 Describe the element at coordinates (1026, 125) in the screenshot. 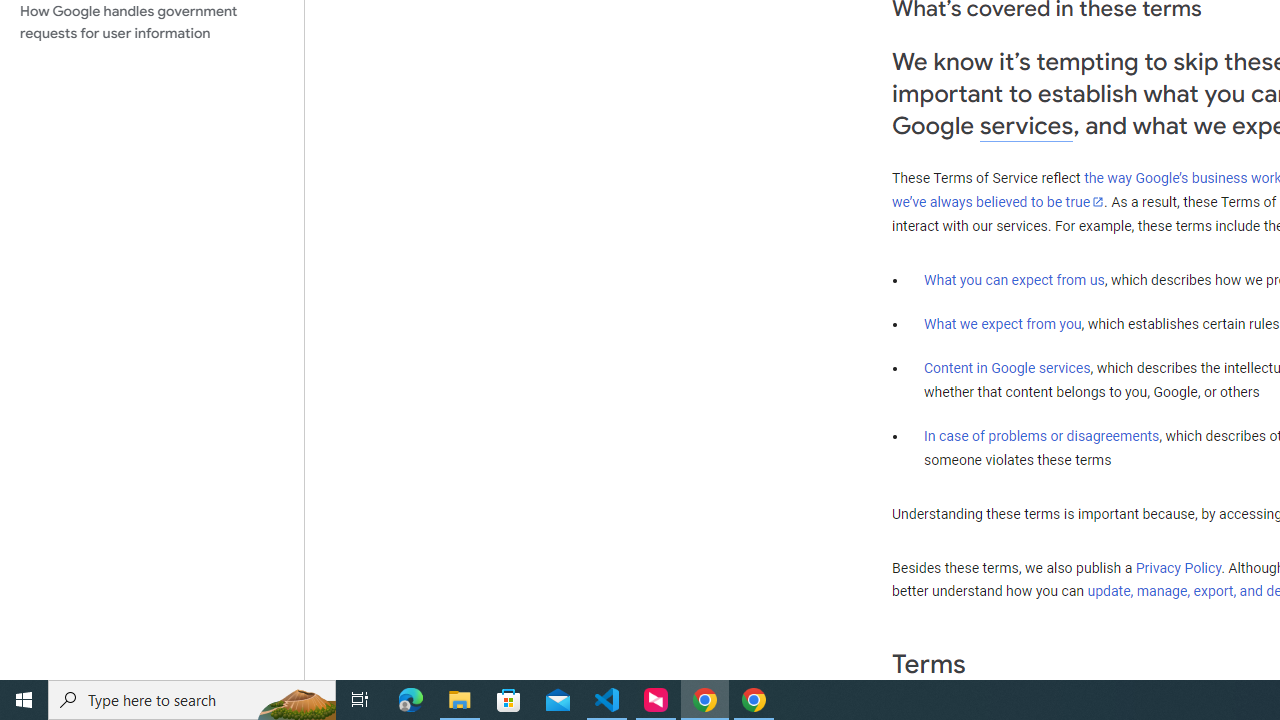

I see `'services'` at that location.